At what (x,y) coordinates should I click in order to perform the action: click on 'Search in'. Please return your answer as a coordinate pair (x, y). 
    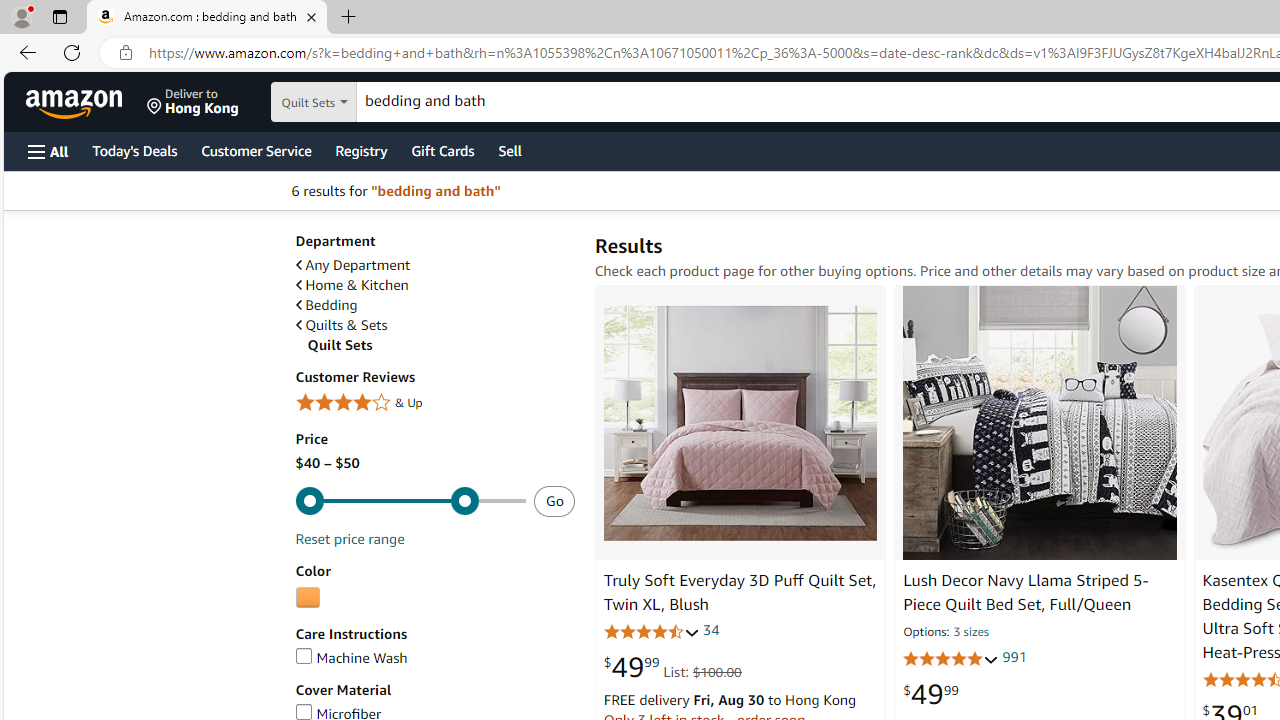
    Looking at the image, I should click on (371, 102).